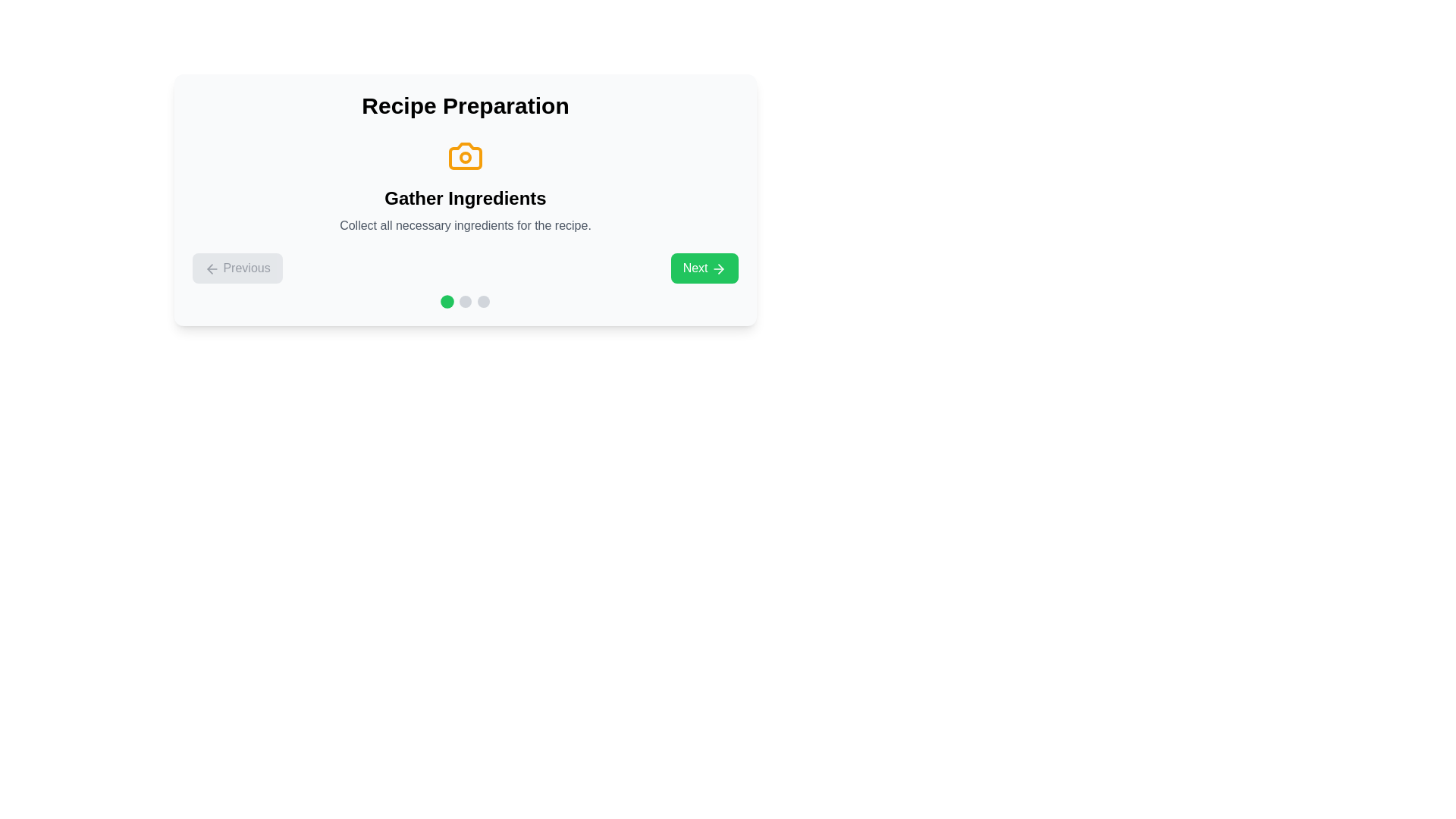  Describe the element at coordinates (465, 225) in the screenshot. I see `instruction text 'Collect all necessary ingredients for the recipe.' which is styled in gray and located below the 'Gather Ingredients' heading` at that location.